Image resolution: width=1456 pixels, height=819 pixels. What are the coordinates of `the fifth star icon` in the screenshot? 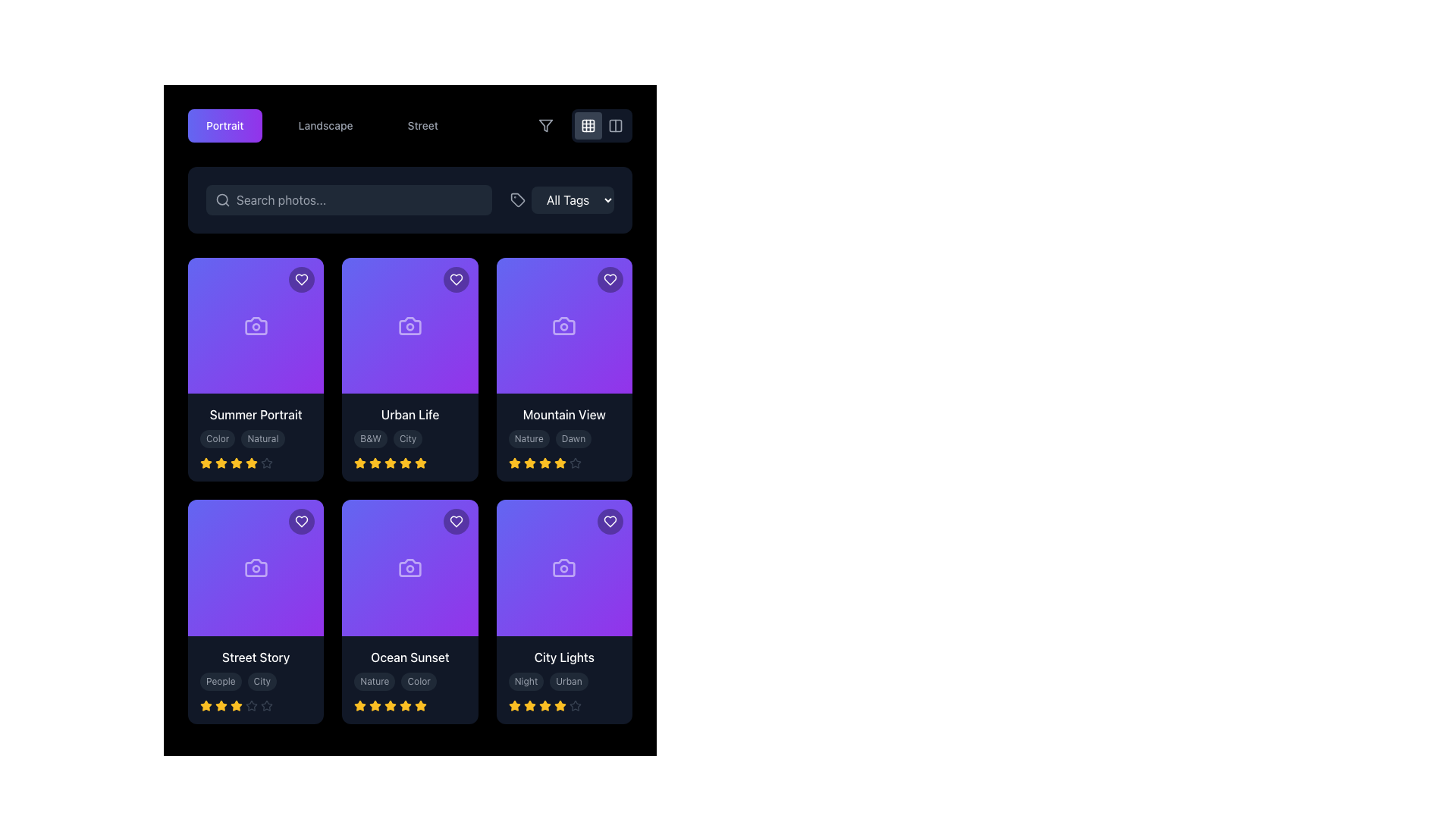 It's located at (251, 705).